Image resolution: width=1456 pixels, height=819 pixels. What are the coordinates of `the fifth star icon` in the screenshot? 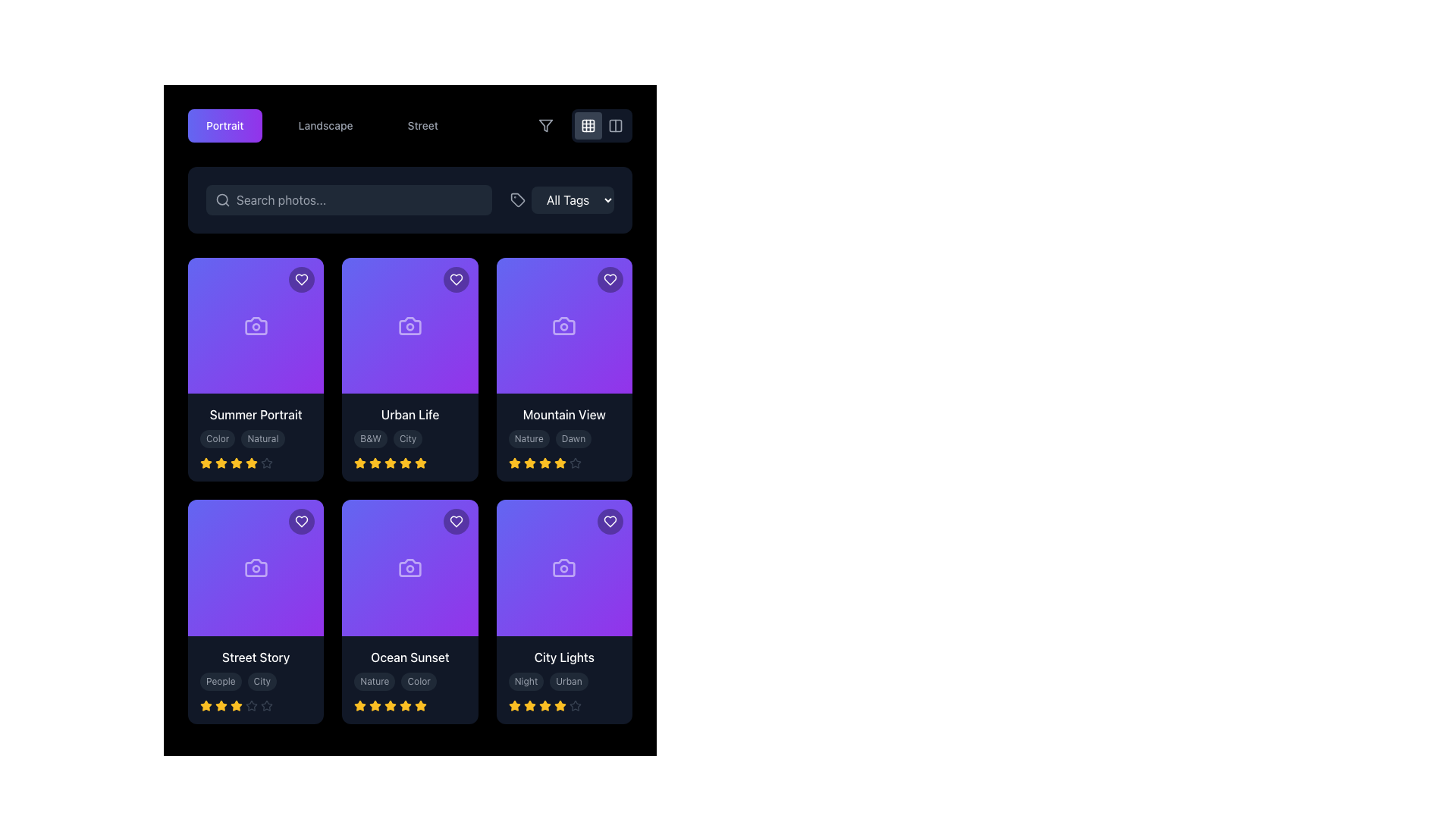 It's located at (251, 705).